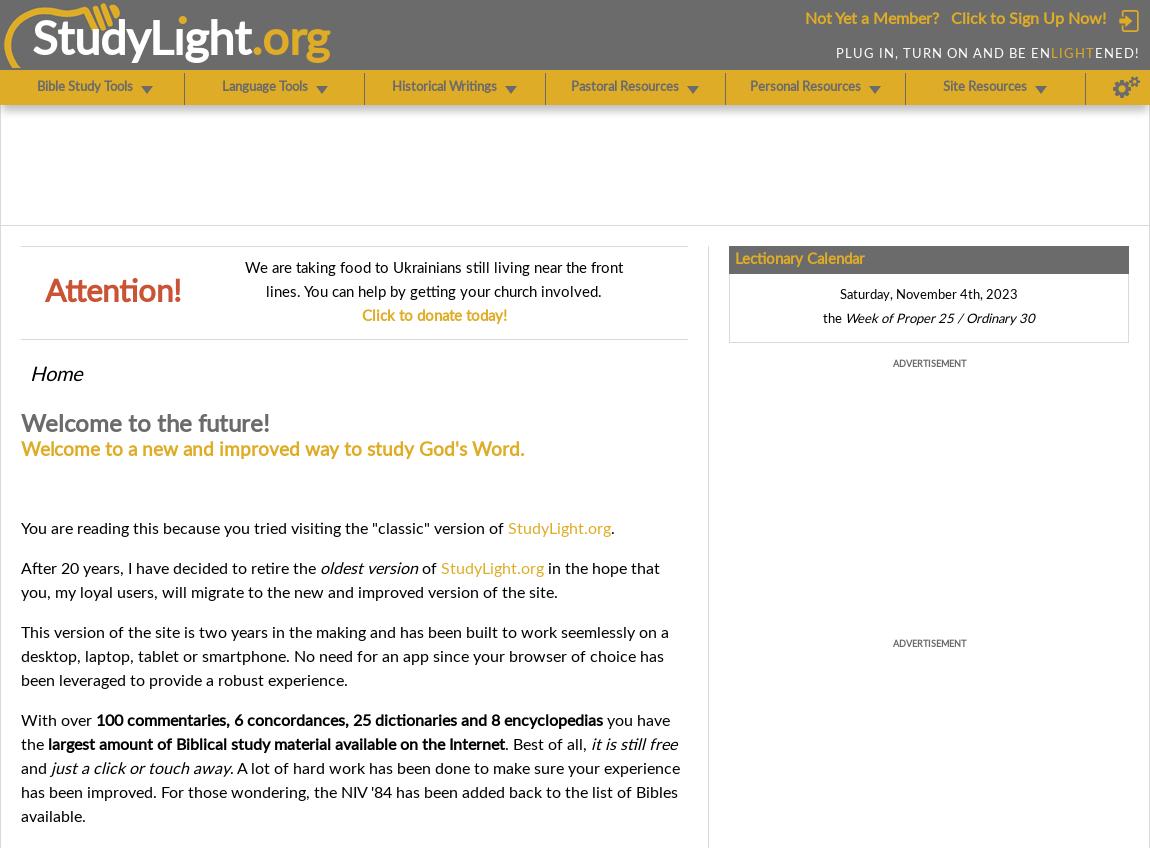 The width and height of the screenshot is (1150, 848). I want to click on 'uage Tools', so click(276, 87).